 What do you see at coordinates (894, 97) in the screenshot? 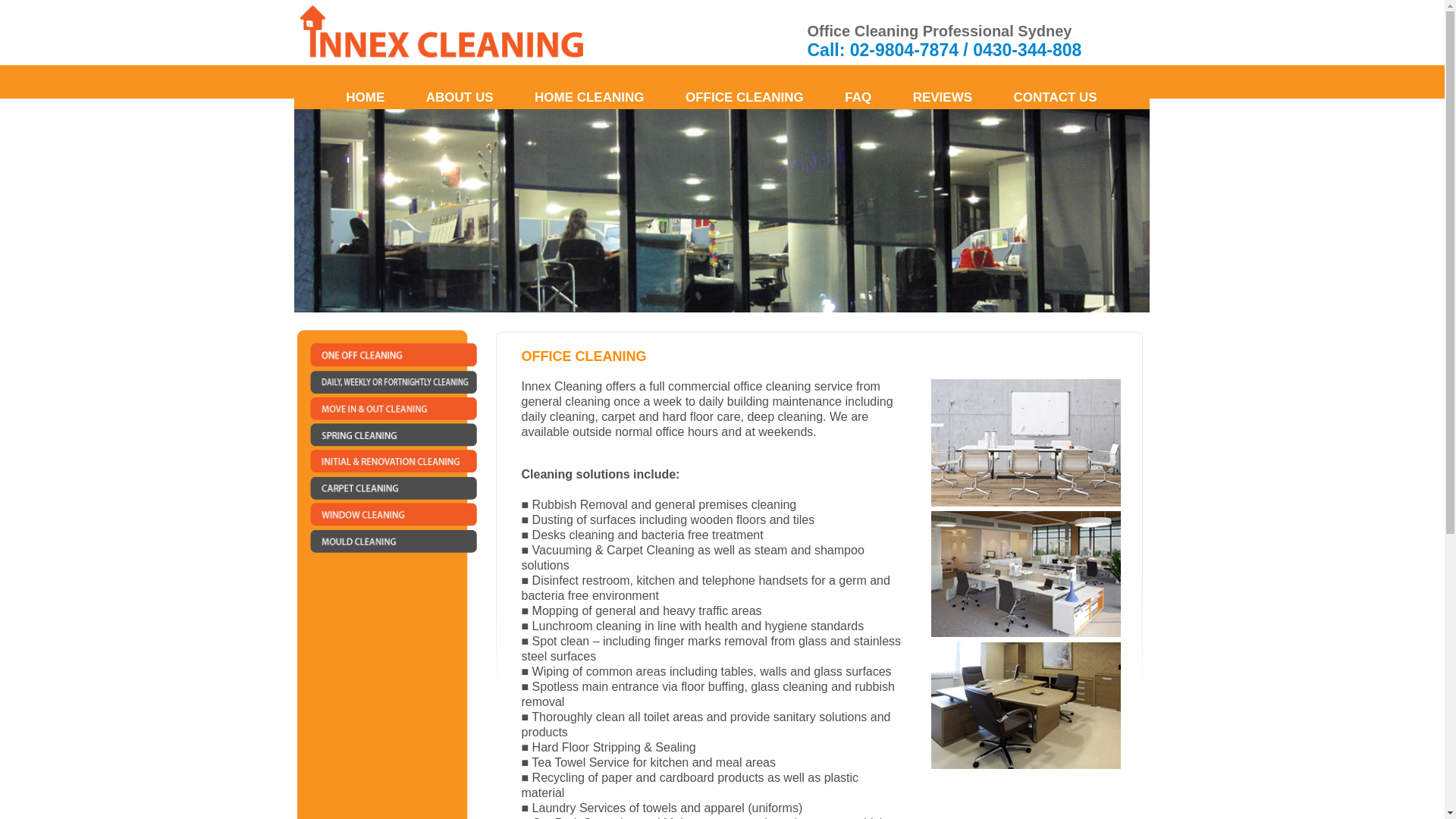
I see `'REVIEWS'` at bounding box center [894, 97].